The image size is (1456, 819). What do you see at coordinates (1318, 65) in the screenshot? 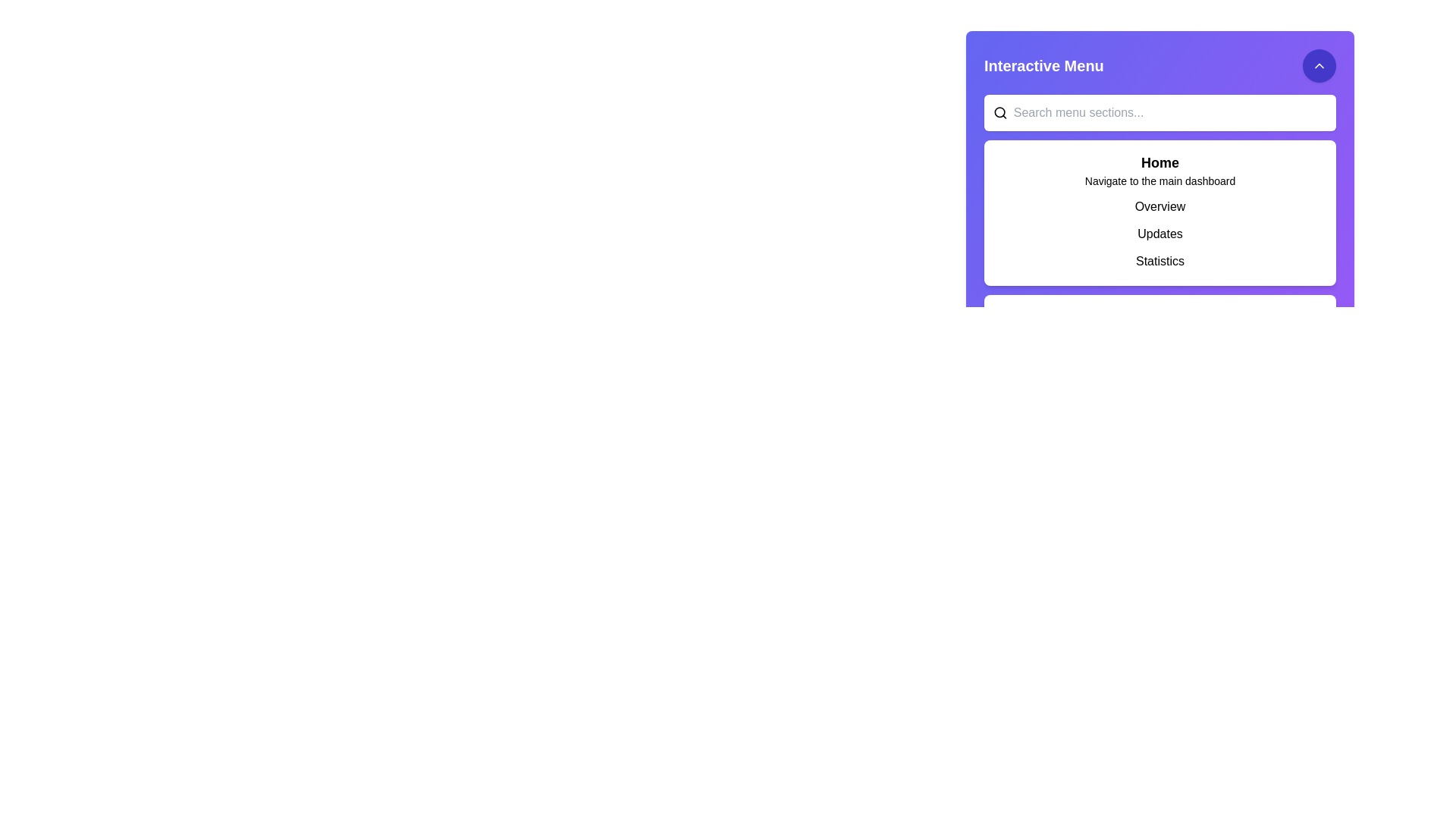
I see `the circular button with a purple background and a white upward arrow icon located at the top-right corner of the 'Interactive Menu' section` at bounding box center [1318, 65].